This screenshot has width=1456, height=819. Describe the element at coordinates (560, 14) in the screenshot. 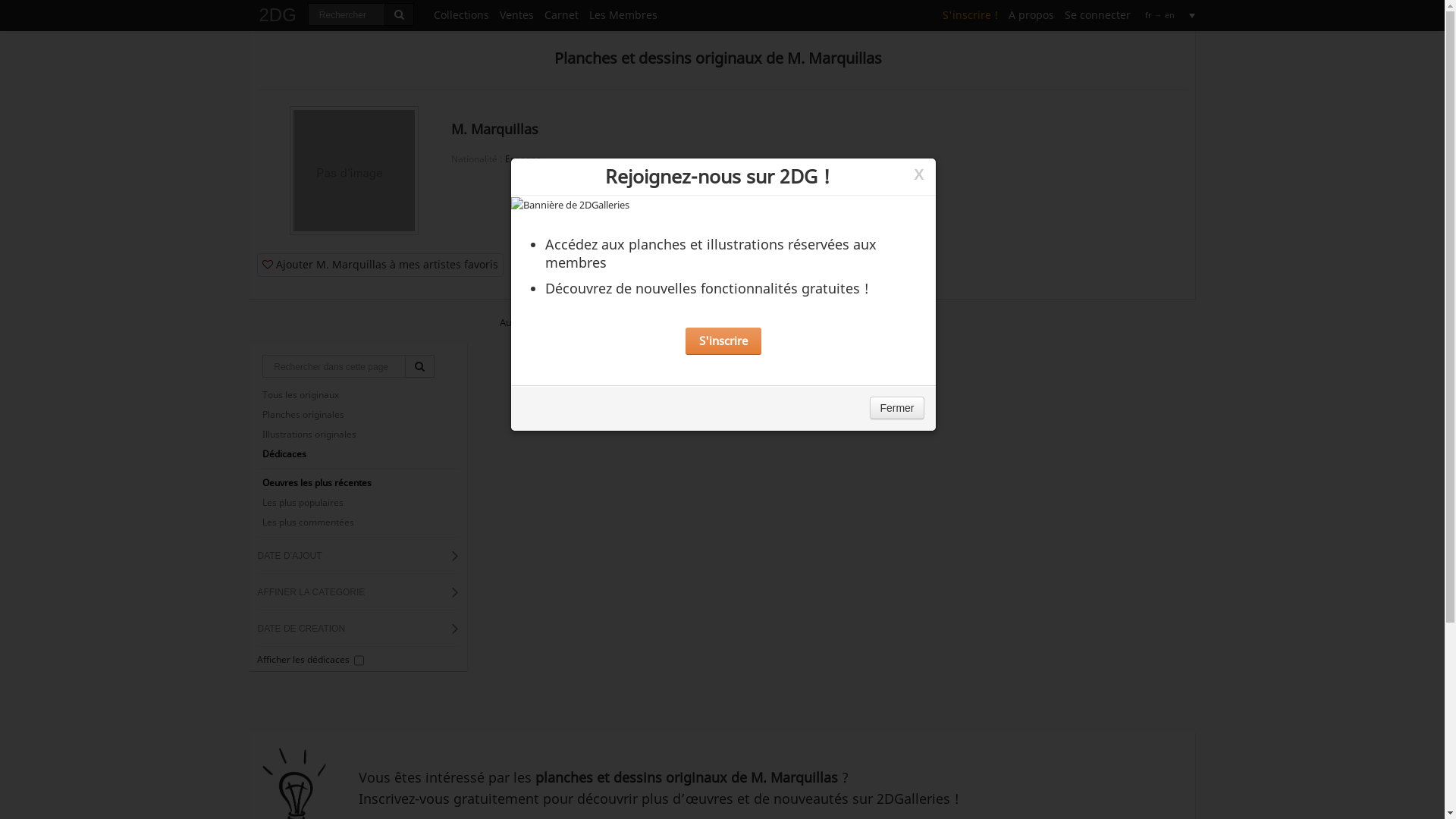

I see `'Carnet'` at that location.